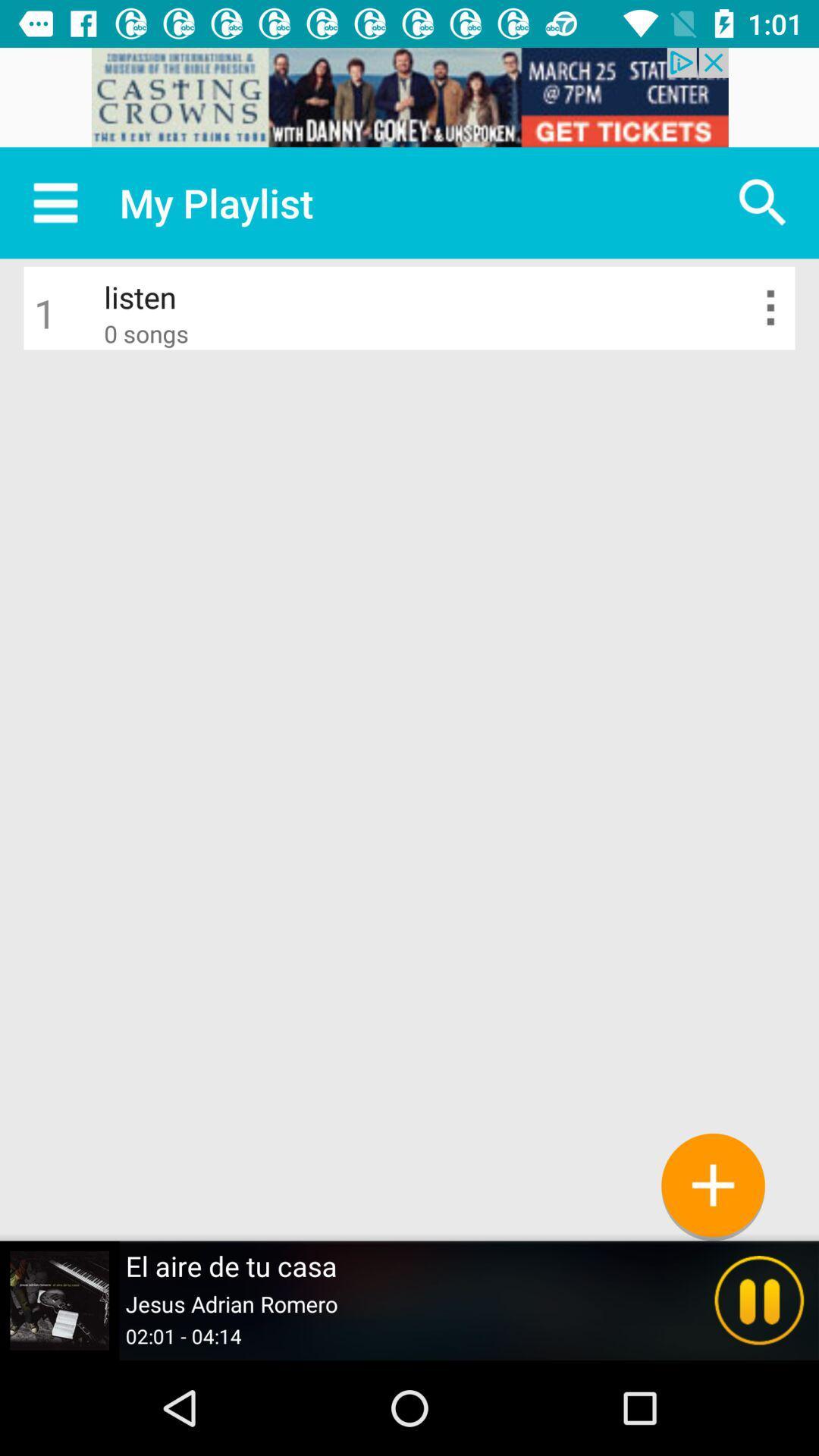 The height and width of the screenshot is (1456, 819). What do you see at coordinates (713, 1185) in the screenshot?
I see `the add icon` at bounding box center [713, 1185].